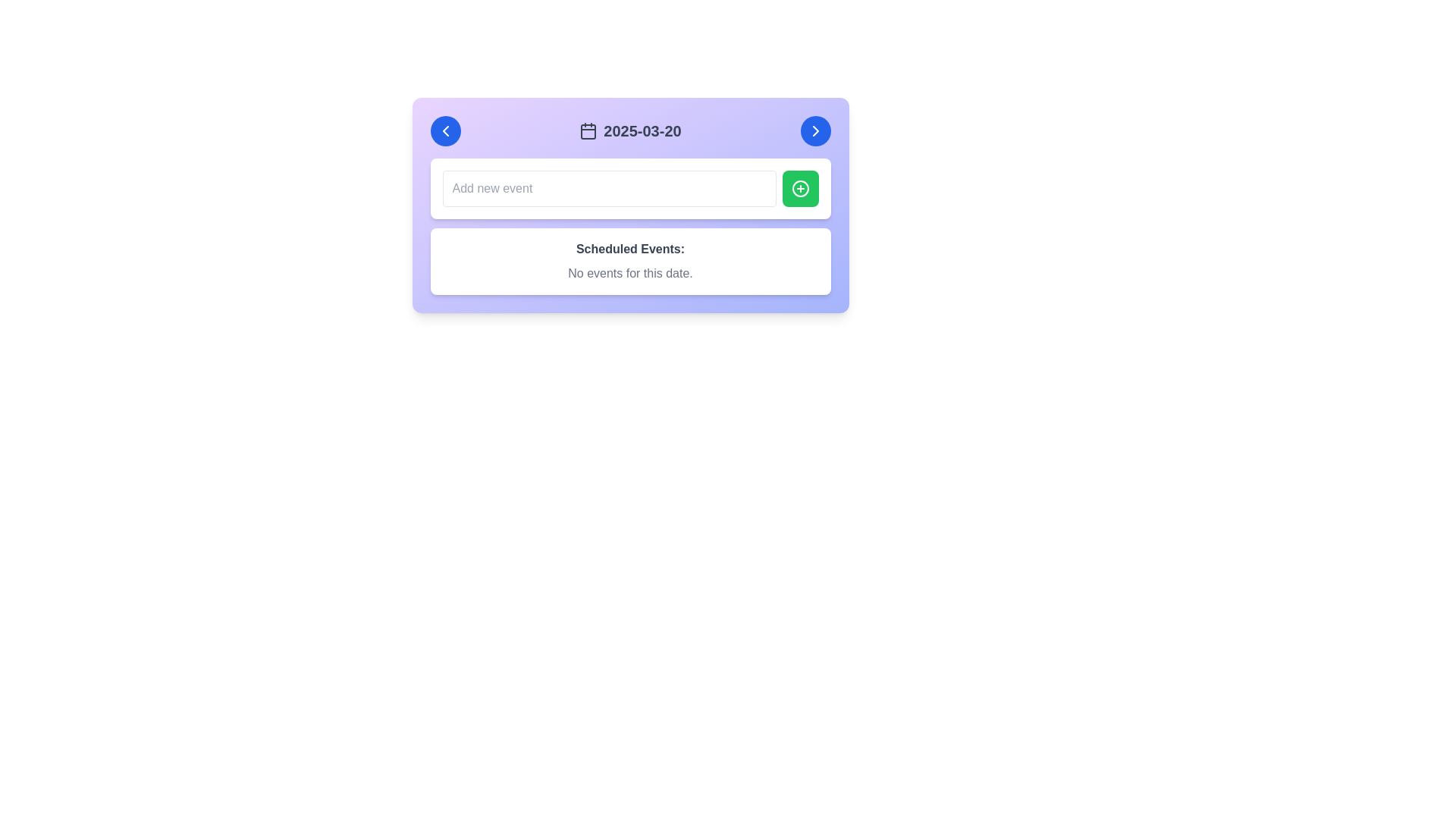 This screenshot has height=819, width=1456. I want to click on the static text label displaying the currently selected date, which is centrally positioned within a date selection interface, so click(630, 130).